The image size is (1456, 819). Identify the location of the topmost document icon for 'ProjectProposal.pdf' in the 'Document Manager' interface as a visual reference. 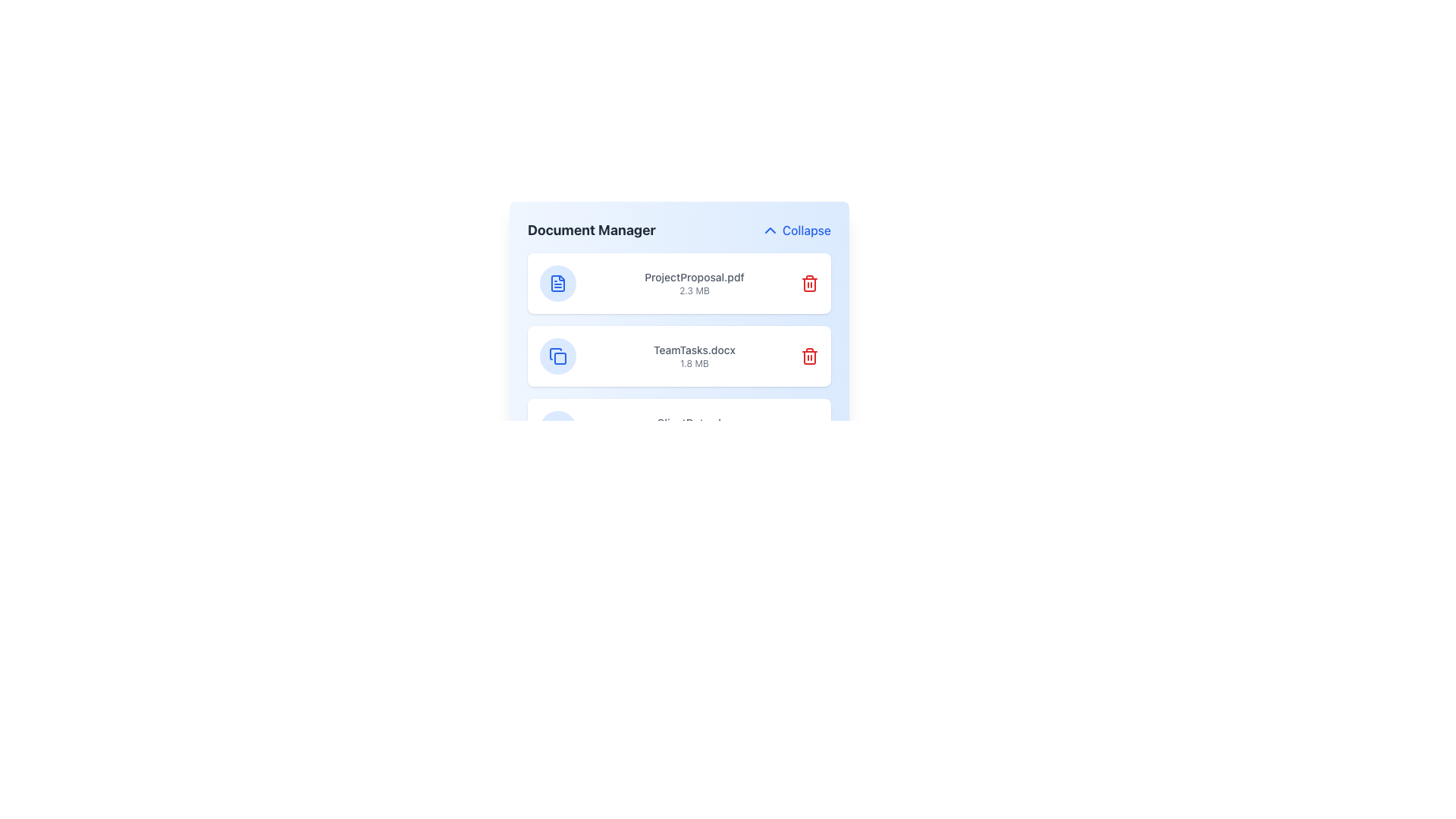
(557, 284).